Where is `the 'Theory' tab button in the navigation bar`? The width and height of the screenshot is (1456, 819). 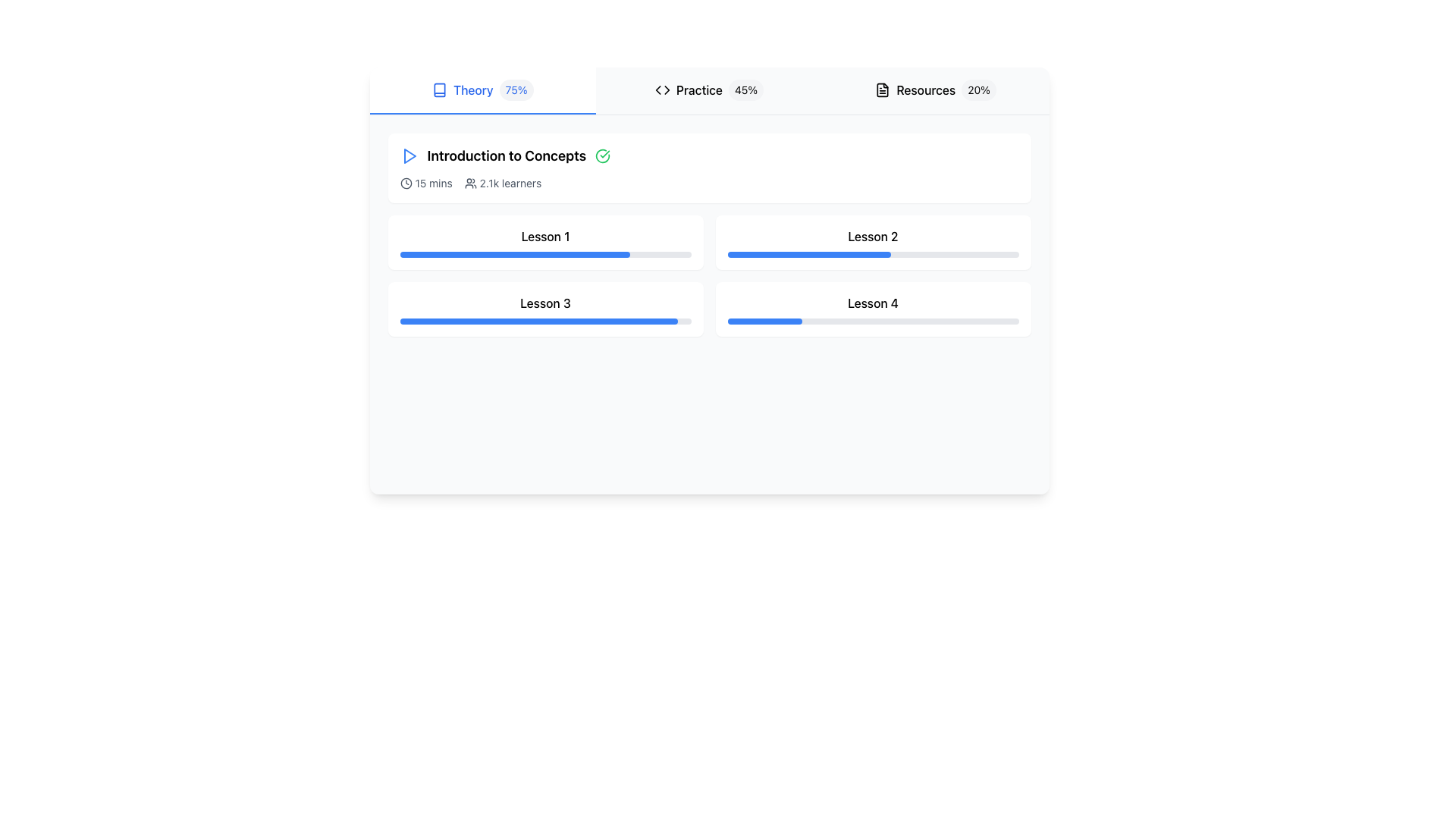 the 'Theory' tab button in the navigation bar is located at coordinates (482, 90).